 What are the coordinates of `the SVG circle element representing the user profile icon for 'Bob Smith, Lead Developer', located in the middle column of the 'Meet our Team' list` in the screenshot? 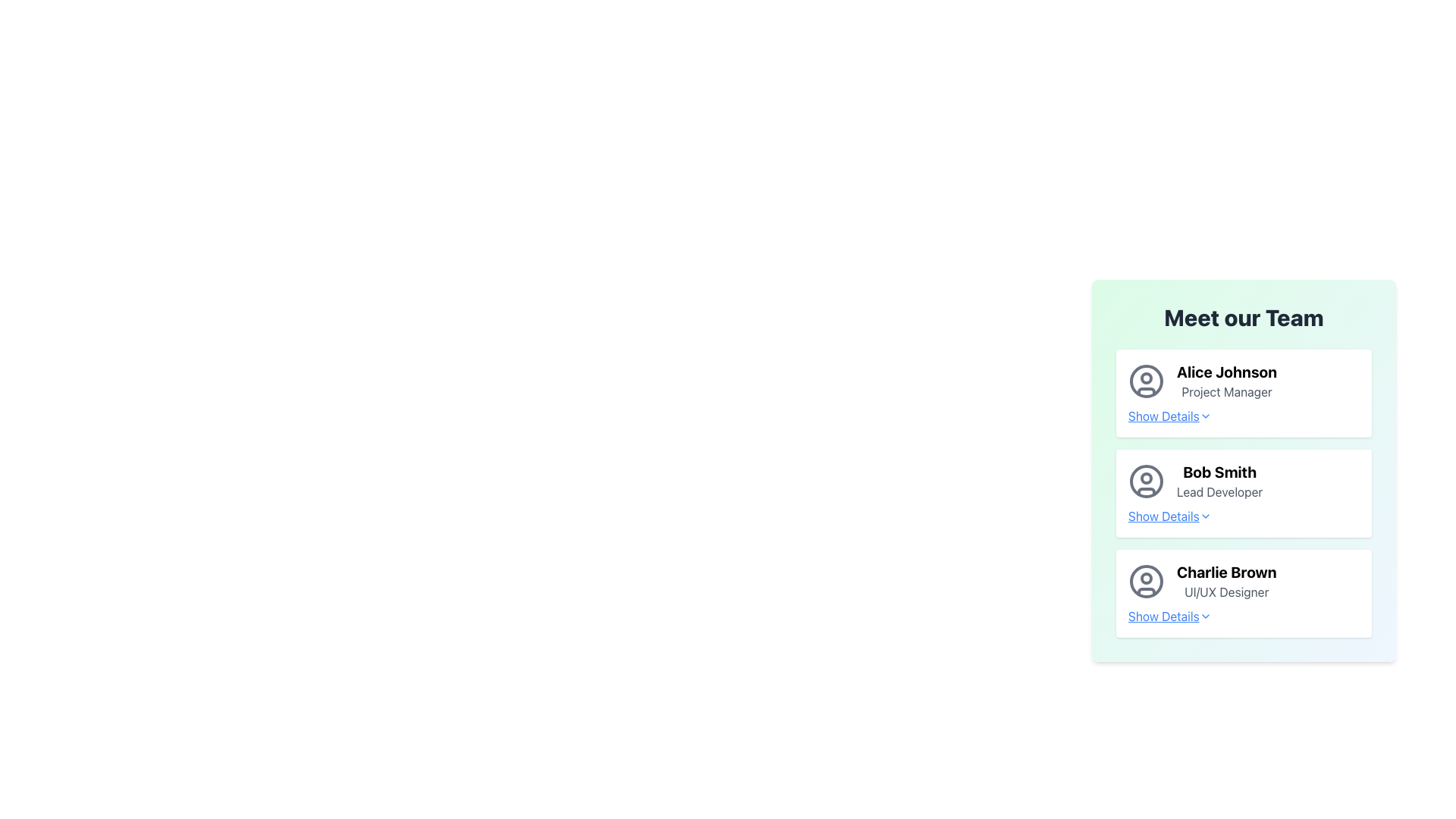 It's located at (1147, 482).